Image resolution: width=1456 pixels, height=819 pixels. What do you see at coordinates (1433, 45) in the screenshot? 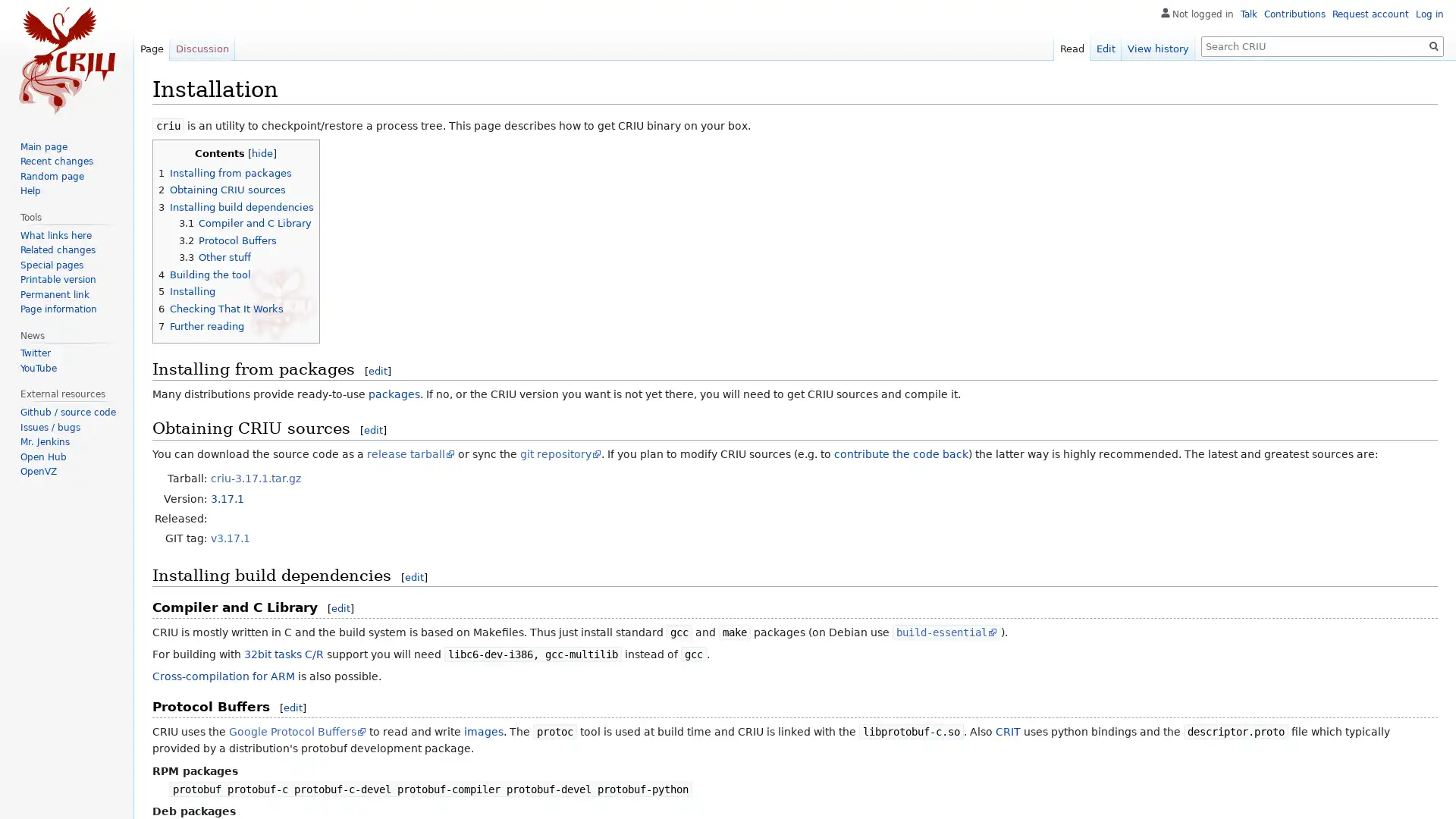
I see `Search` at bounding box center [1433, 45].